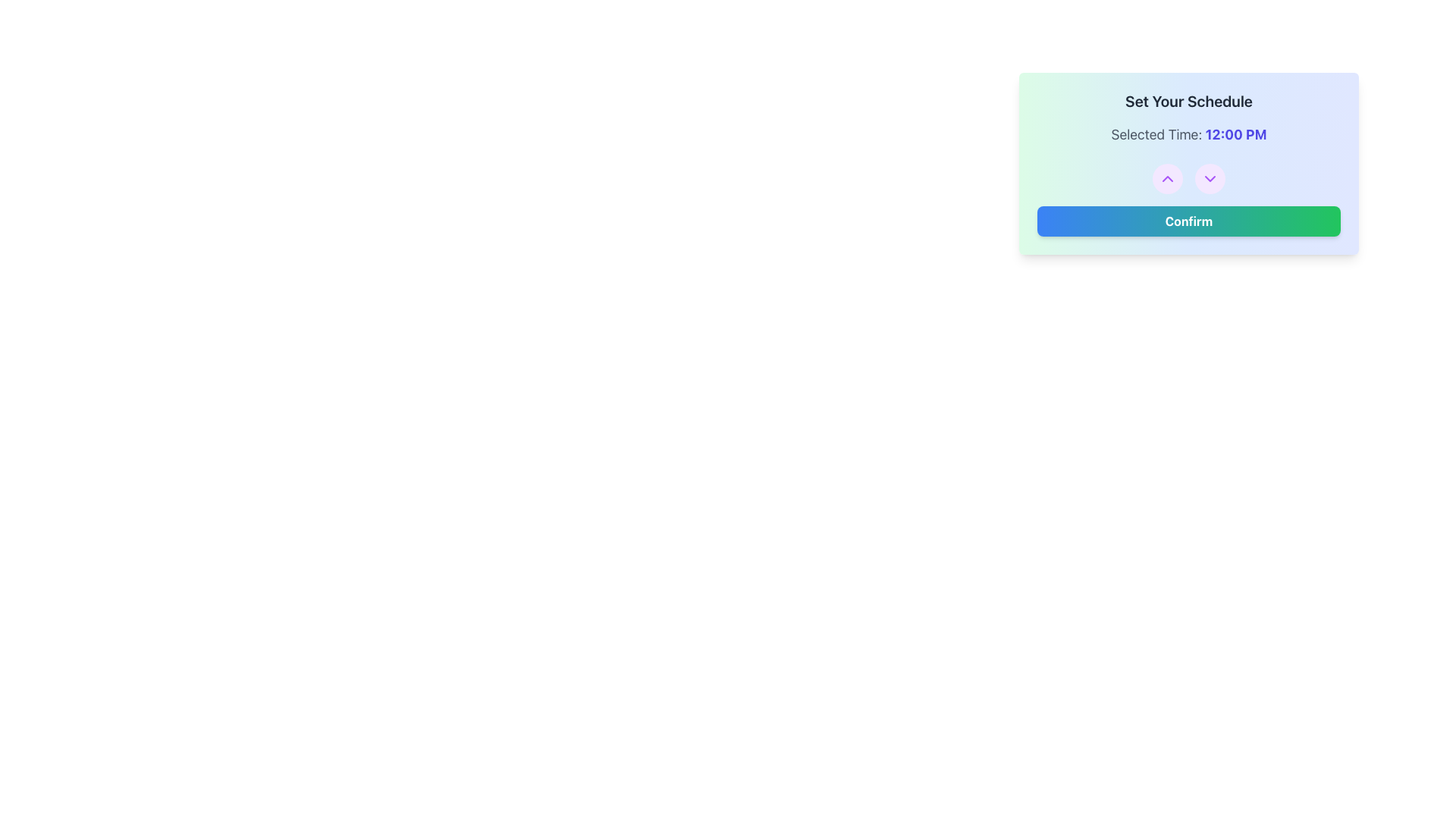 The height and width of the screenshot is (819, 1456). I want to click on the button that decreases the selected time, located beneath 'Selected Time: 12:00 PM' and to the right of the circular button with an upward-facing chevron, so click(1210, 177).